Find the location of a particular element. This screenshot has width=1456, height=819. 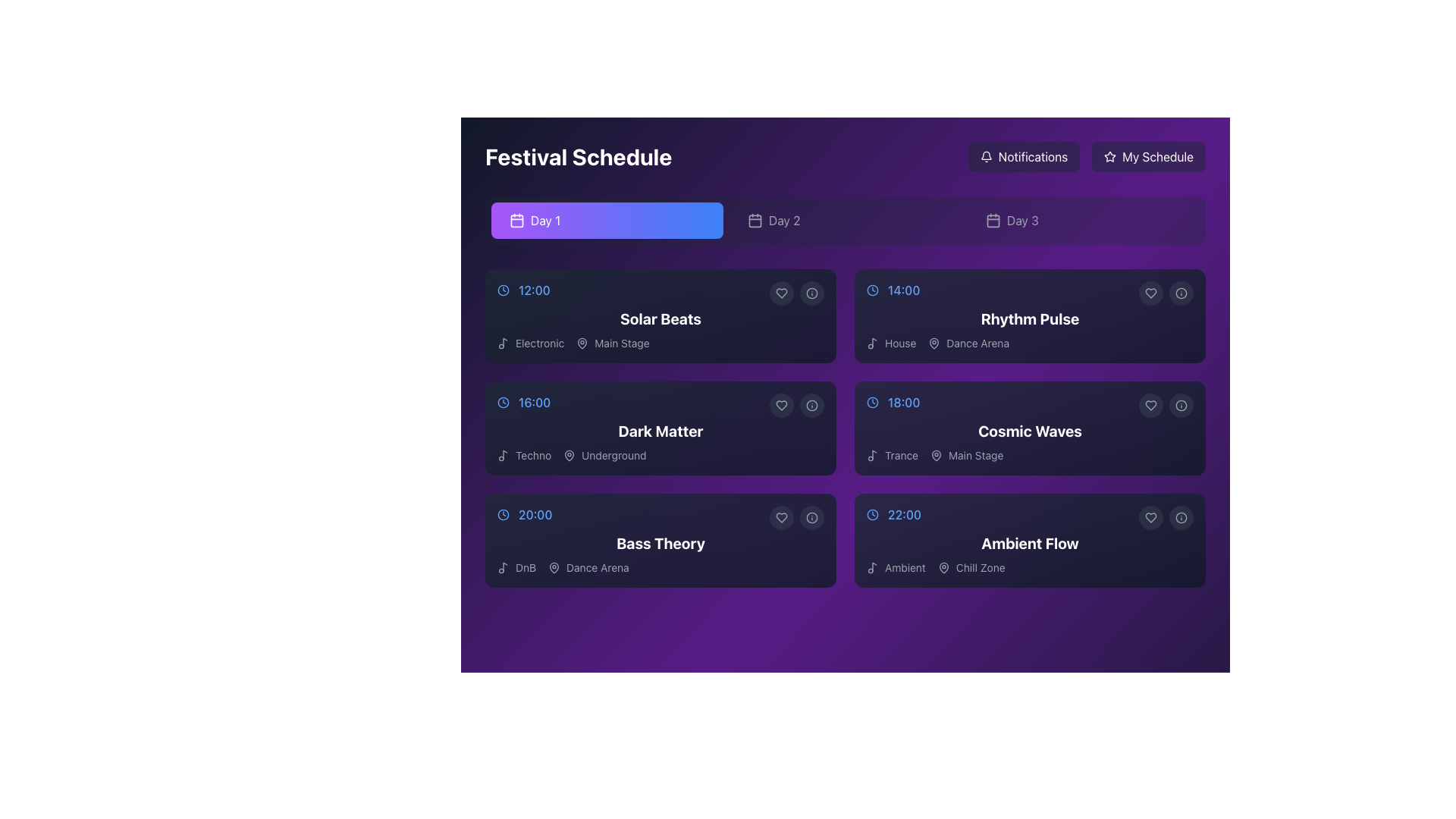

text displayed in the 'Chill Zone' label located at the bottom-right of the 'Ambient Flow' event card is located at coordinates (981, 567).